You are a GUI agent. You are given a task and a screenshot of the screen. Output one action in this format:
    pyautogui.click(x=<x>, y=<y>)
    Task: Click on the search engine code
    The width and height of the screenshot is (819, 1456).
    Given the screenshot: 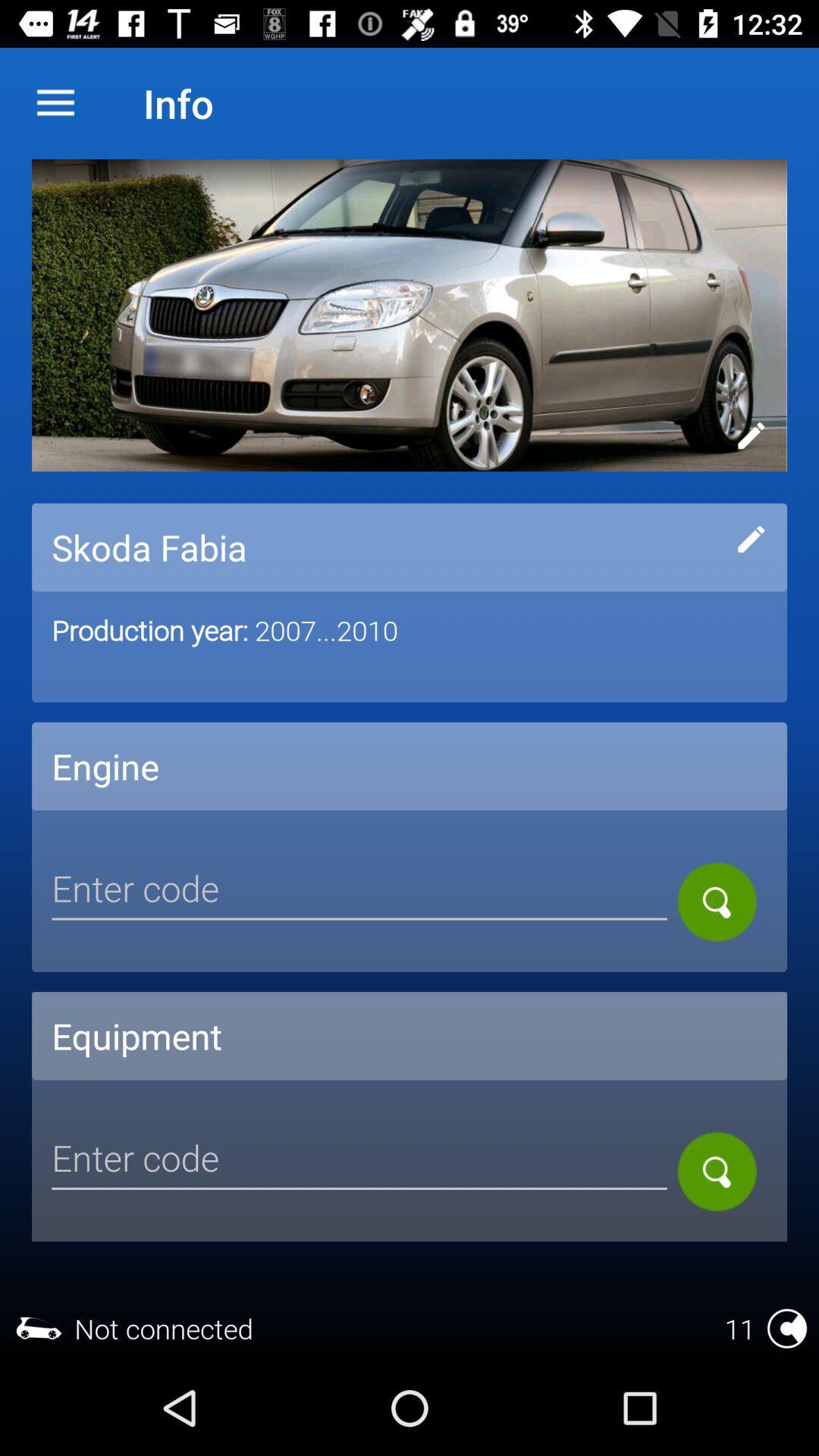 What is the action you would take?
    pyautogui.click(x=717, y=902)
    